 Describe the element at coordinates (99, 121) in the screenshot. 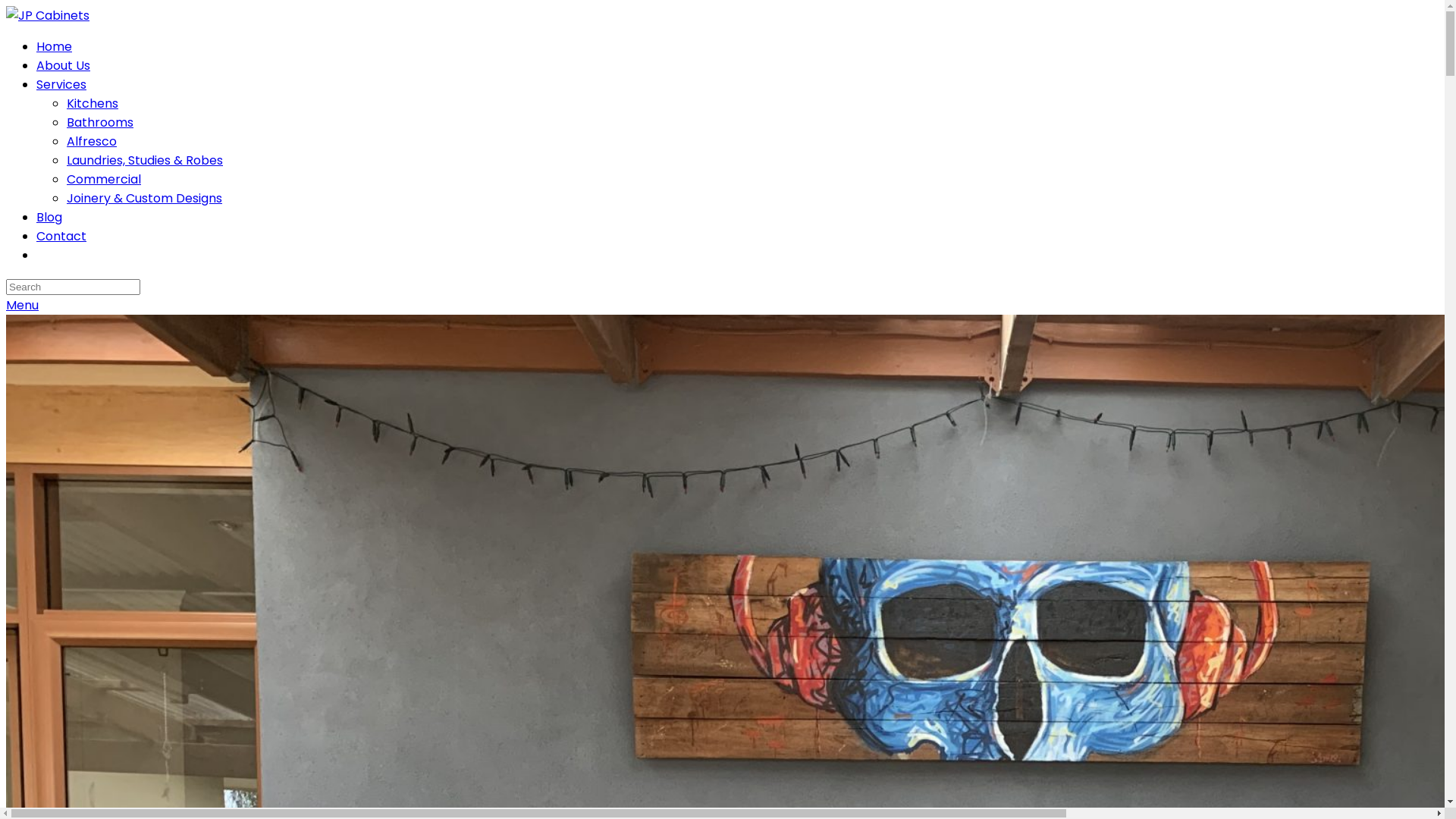

I see `'Bathrooms'` at that location.